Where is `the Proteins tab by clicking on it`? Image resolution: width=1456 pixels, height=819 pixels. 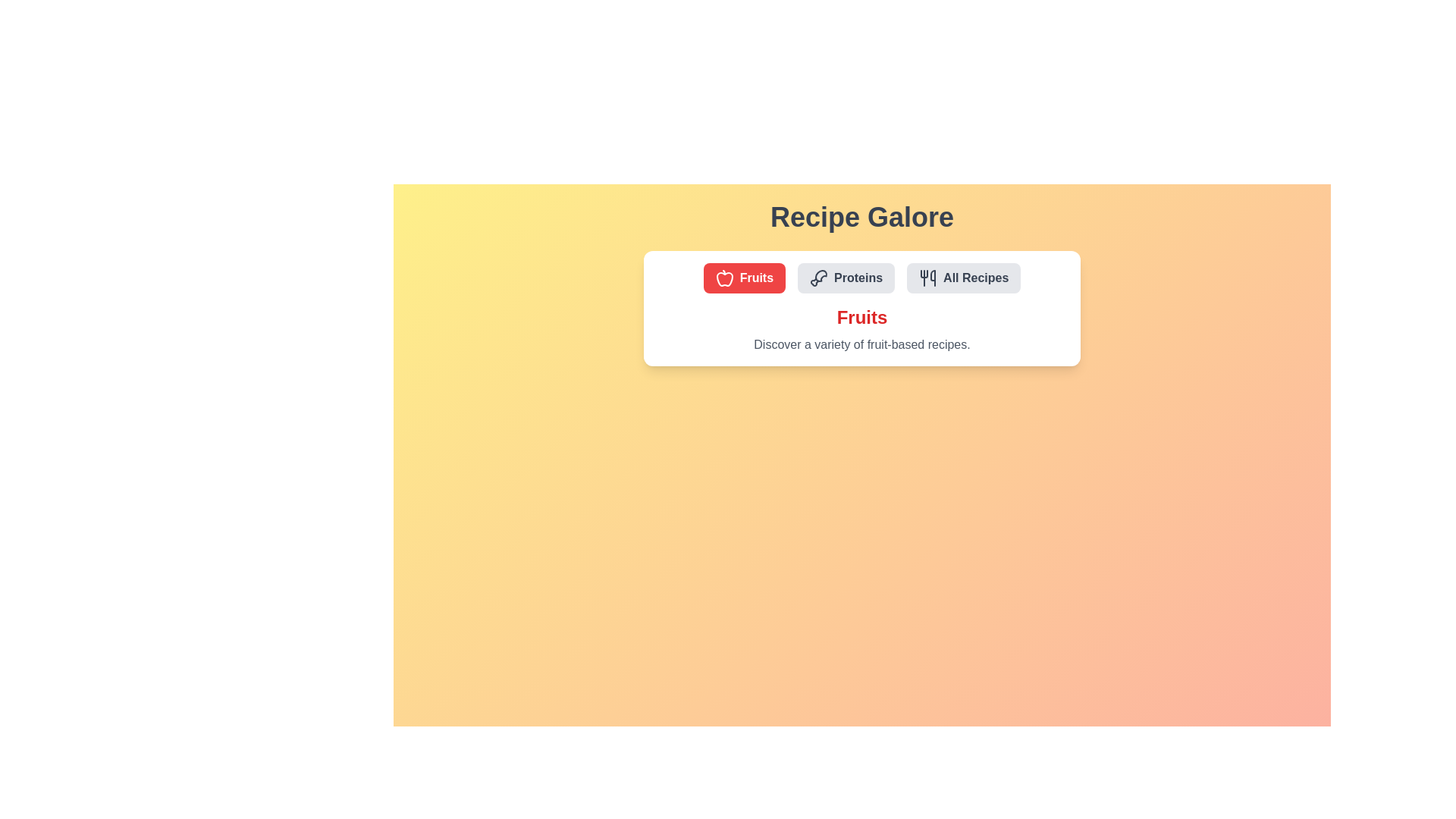 the Proteins tab by clicking on it is located at coordinates (846, 278).